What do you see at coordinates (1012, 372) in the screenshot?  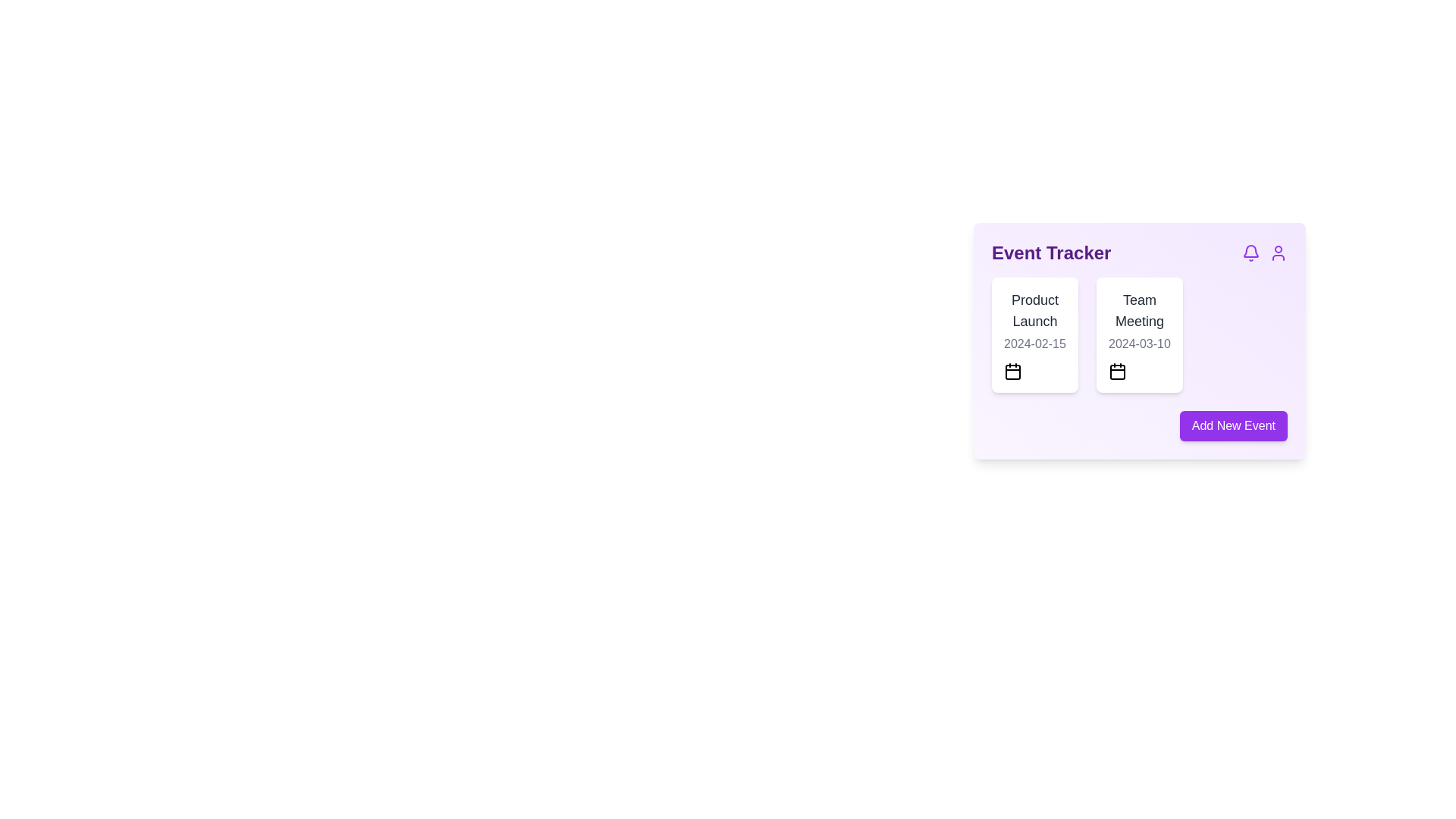 I see `the rounded rectangle within the calendar icon that forms the body of the calendar next to the 'Product Launch' event` at bounding box center [1012, 372].